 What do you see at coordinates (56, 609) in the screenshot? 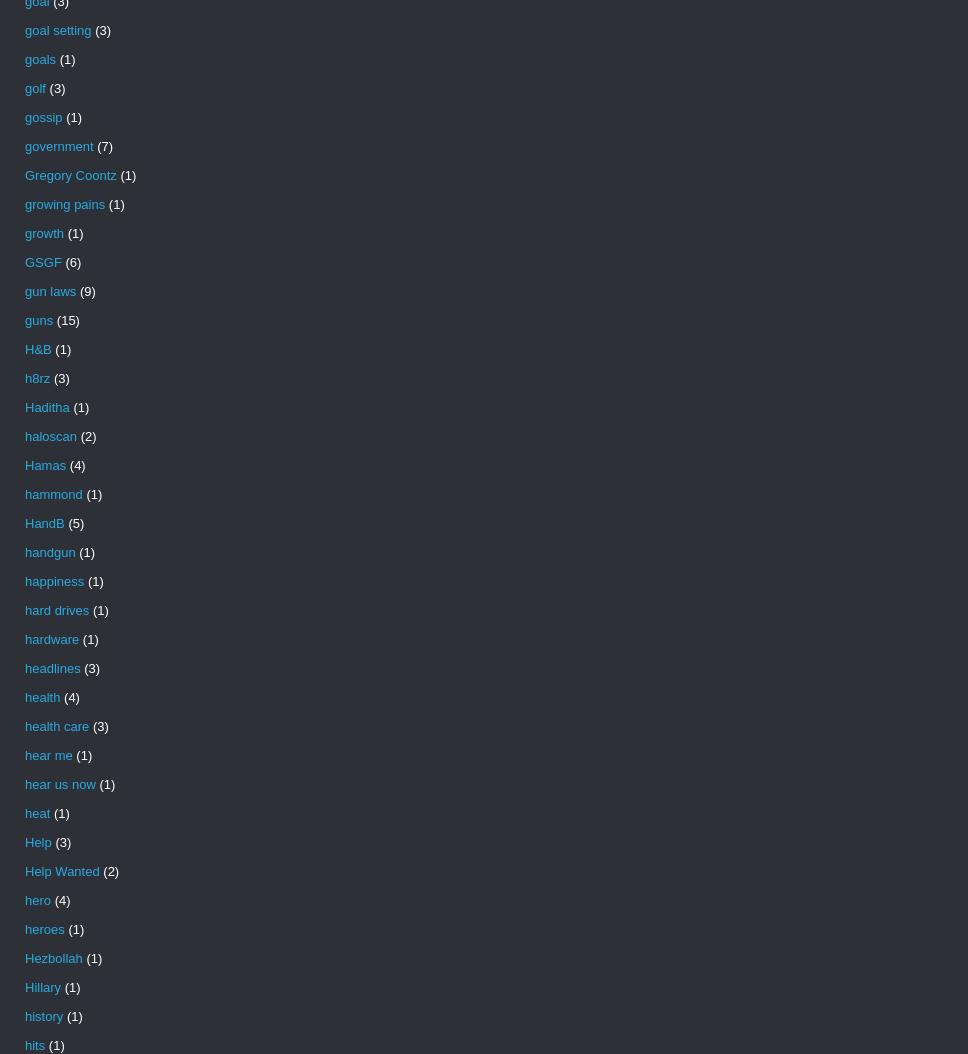
I see `'hard drives'` at bounding box center [56, 609].